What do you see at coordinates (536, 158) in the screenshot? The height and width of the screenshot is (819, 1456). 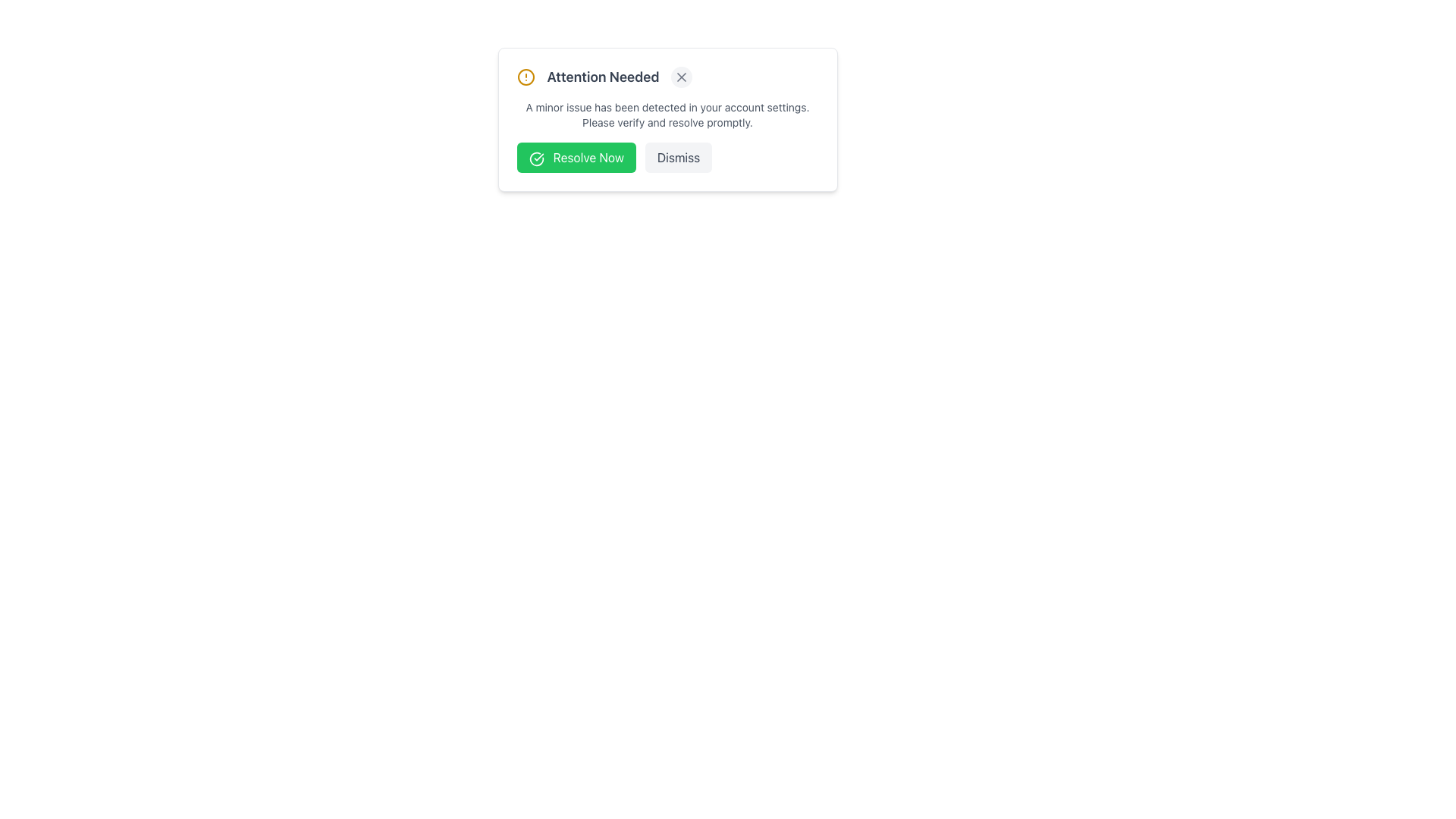 I see `the circular checkmark icon located on the left side of the green 'Resolve Now' button` at bounding box center [536, 158].